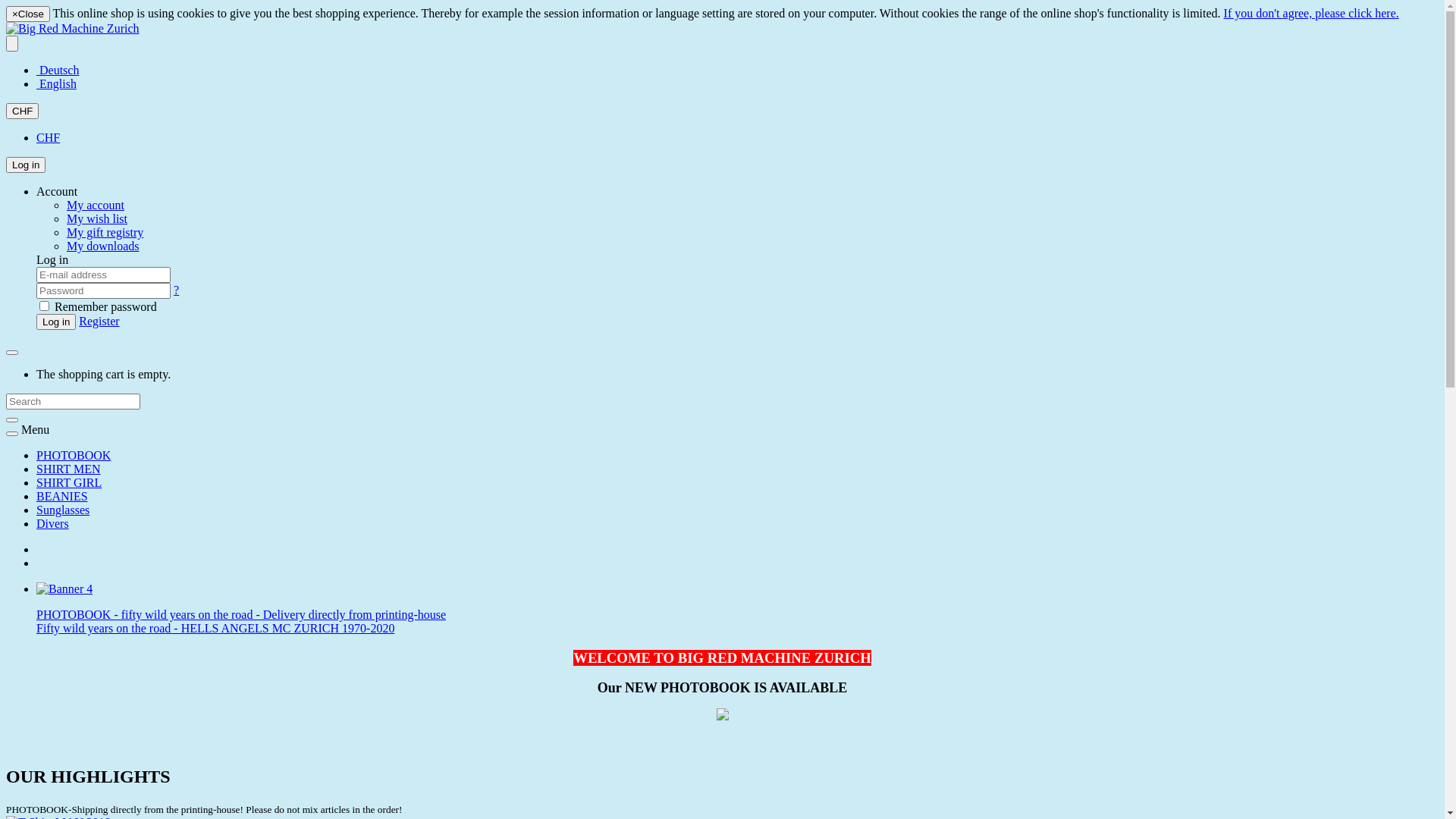 Image resolution: width=1456 pixels, height=819 pixels. I want to click on 'If you don't agree, please click here.', so click(1310, 13).